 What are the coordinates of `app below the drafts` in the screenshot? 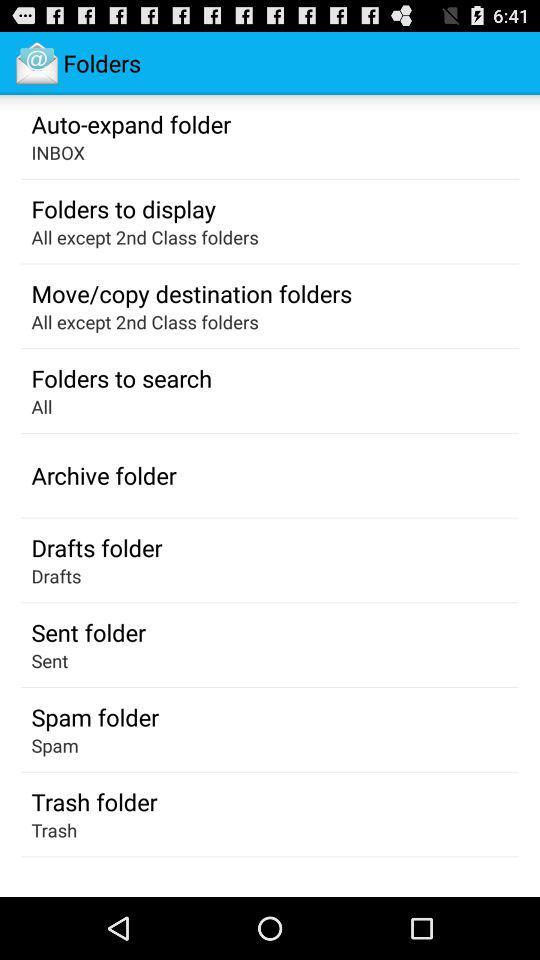 It's located at (87, 631).